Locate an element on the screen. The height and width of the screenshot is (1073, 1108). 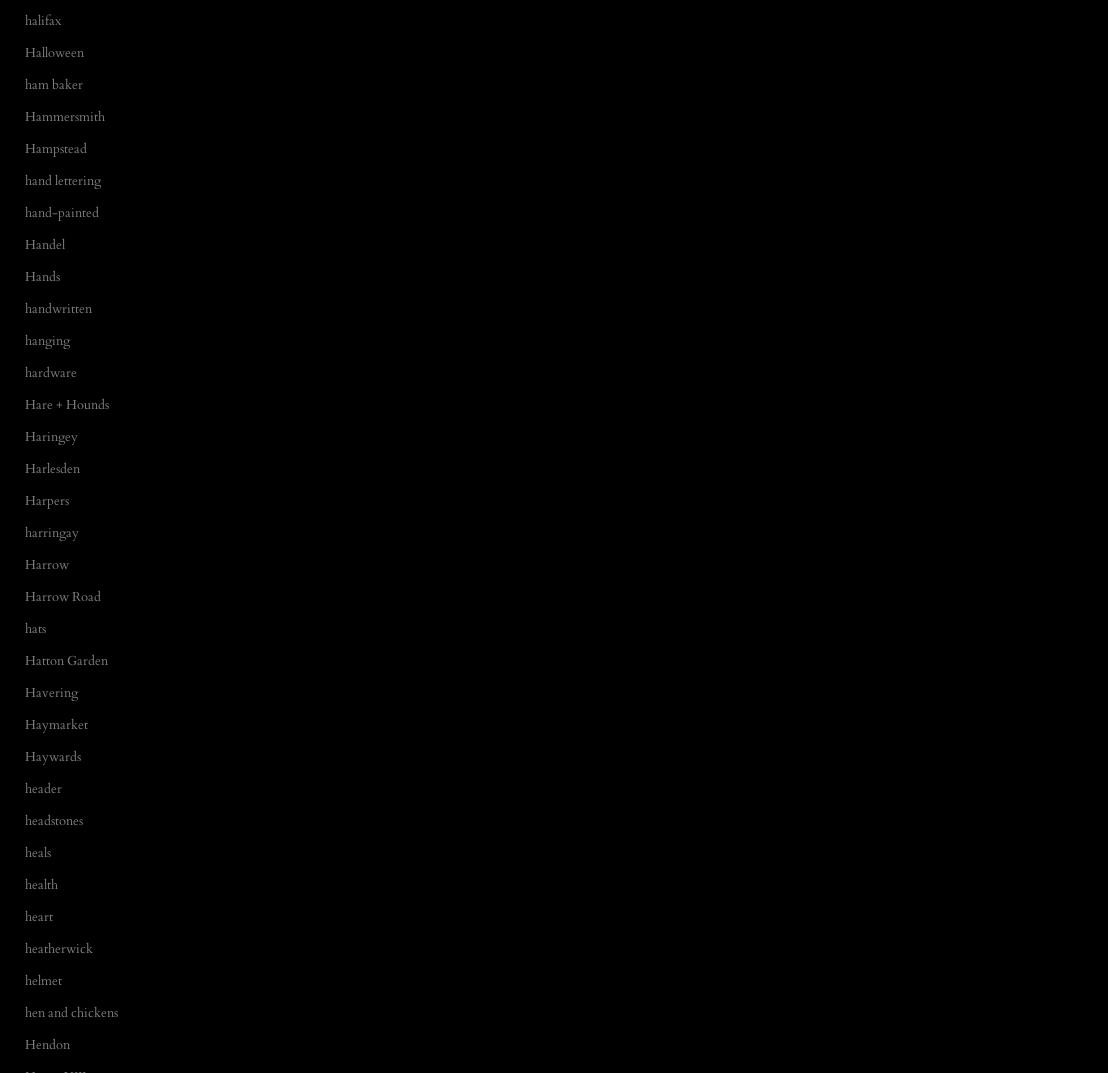
'heatherwick' is located at coordinates (57, 947).